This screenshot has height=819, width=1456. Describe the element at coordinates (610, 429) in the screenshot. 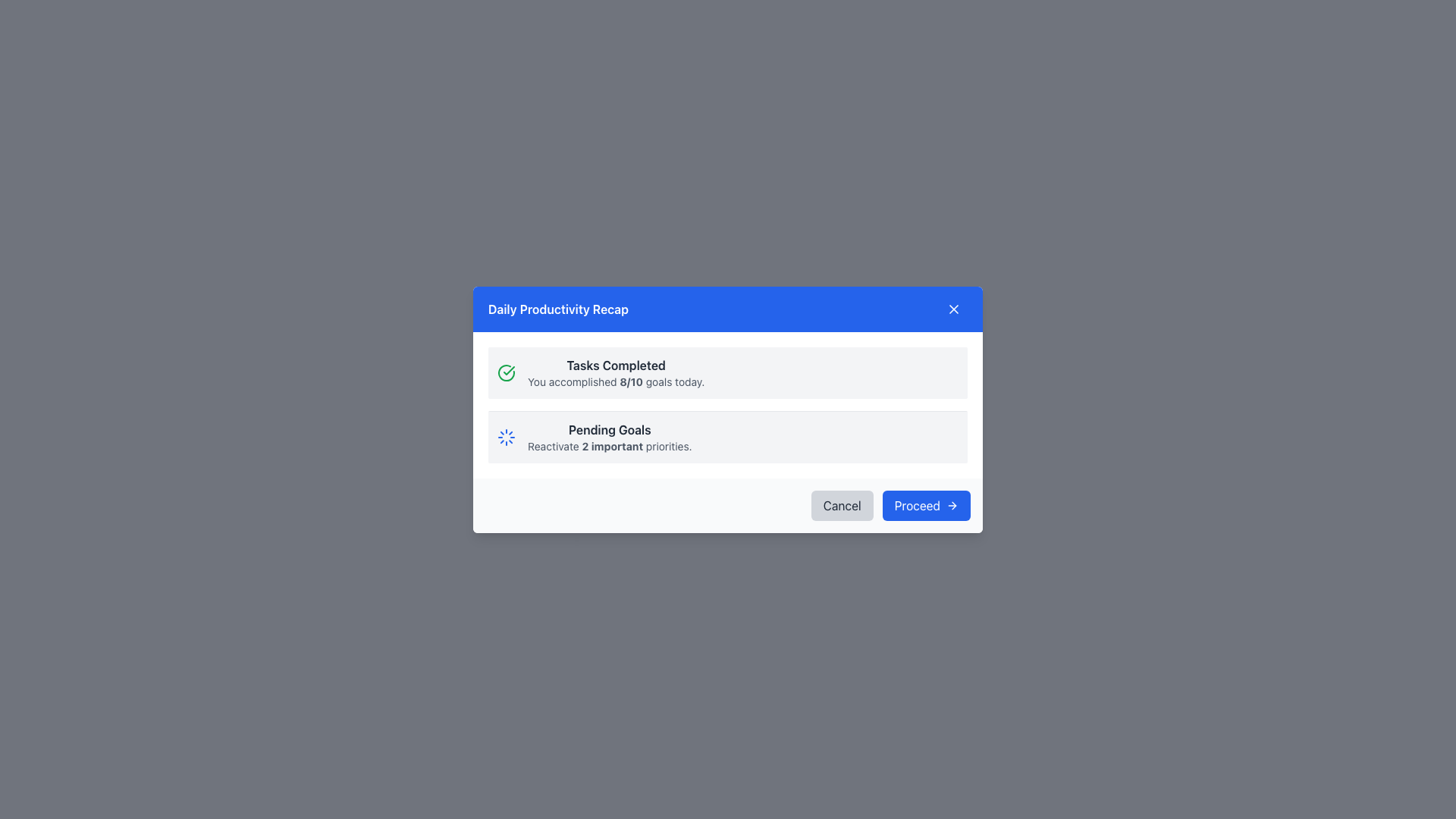

I see `the Text Label that summarizes the content below it in the 'Daily Productivity Recap' dialog box, positioned above the descriptive text 'Reactivate 2 important priorities.'` at that location.